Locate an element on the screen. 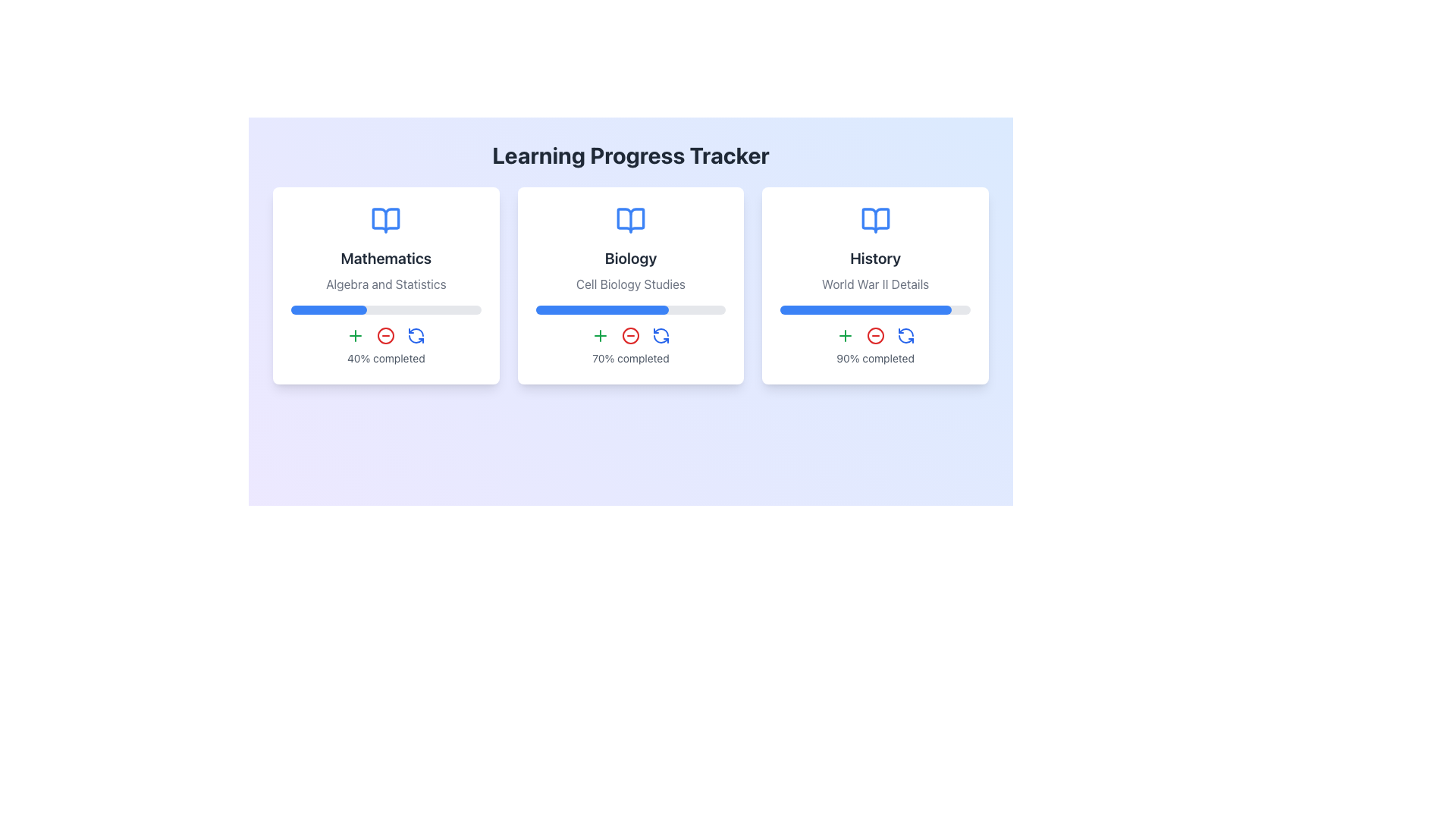 This screenshot has height=819, width=1456. displayed text on the first card in the grid that has a white background, rounded corners, a book icon at the top, titled 'Mathematics' with a subtitle 'Algebra and Statistics' is located at coordinates (386, 286).